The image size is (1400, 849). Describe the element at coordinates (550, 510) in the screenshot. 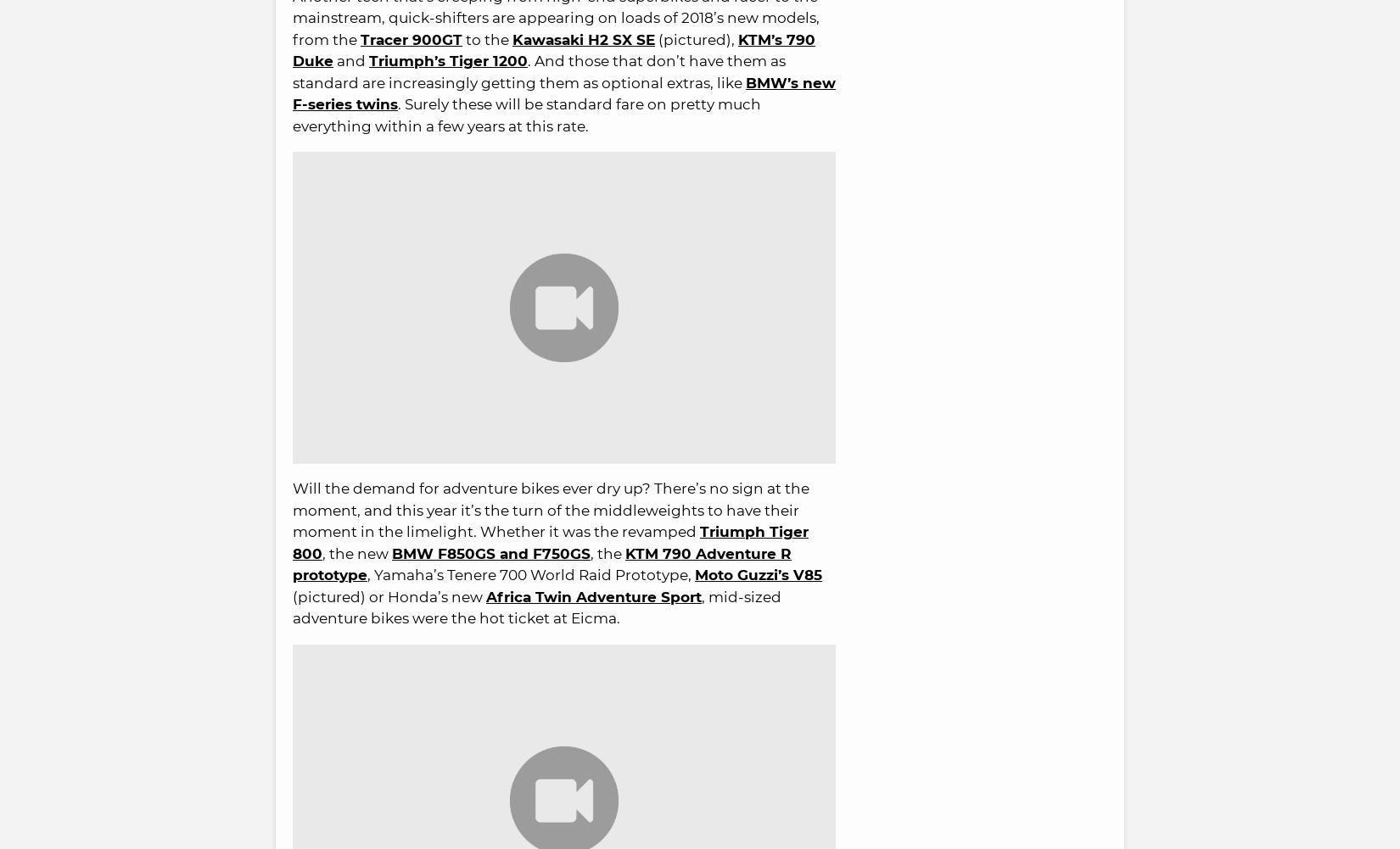

I see `'Will the demand for adventure bikes ever dry up? There’s no sign at the moment, and this year it’s the turn of the middleweights to have their moment in the limelight. Whether it was the revamped'` at that location.